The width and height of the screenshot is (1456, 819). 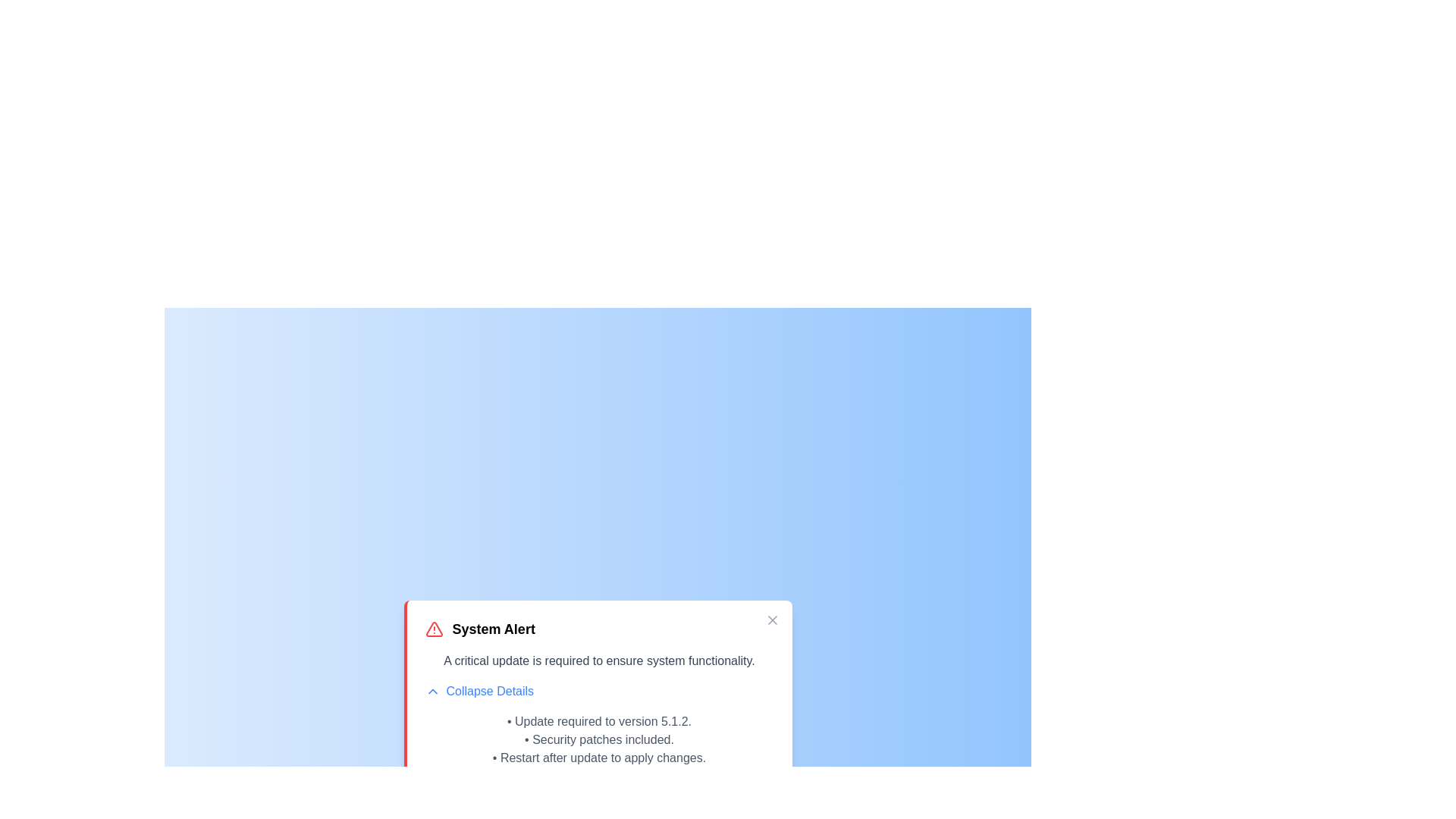 I want to click on close button to hide the alert, so click(x=772, y=620).